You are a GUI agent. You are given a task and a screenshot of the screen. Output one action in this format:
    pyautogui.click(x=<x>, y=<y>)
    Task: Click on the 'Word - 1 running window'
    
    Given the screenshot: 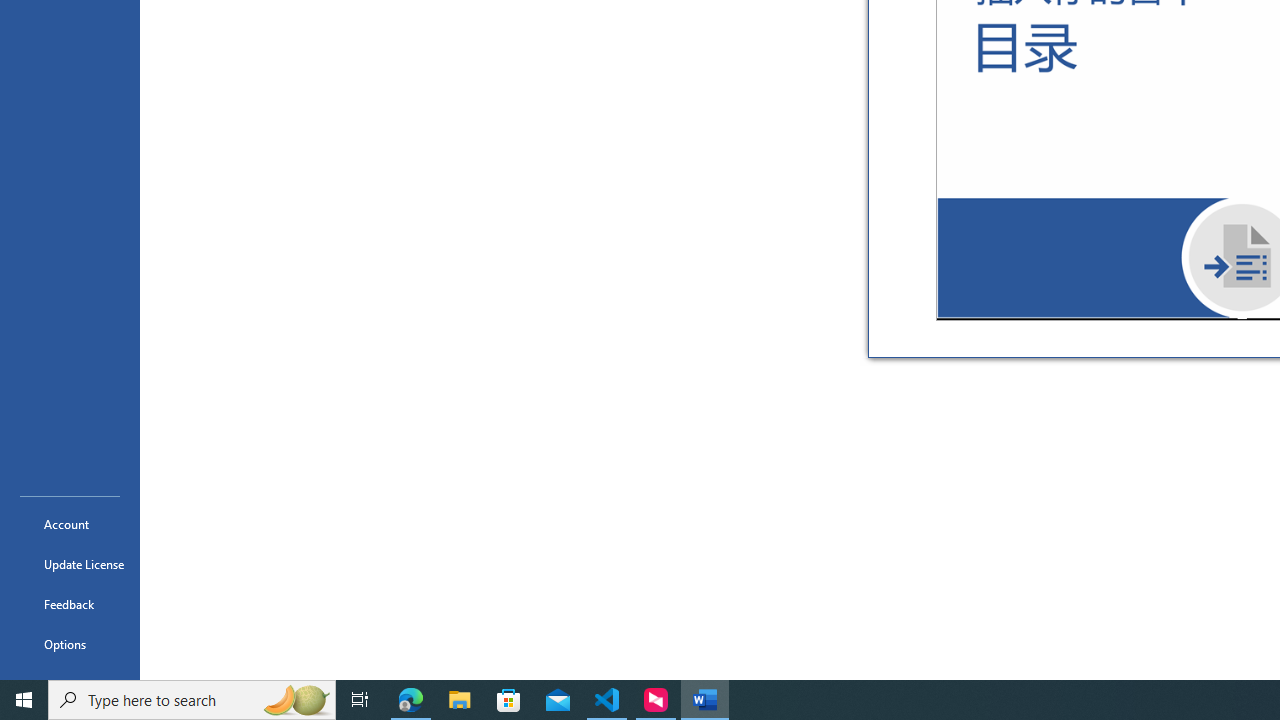 What is the action you would take?
    pyautogui.click(x=705, y=698)
    